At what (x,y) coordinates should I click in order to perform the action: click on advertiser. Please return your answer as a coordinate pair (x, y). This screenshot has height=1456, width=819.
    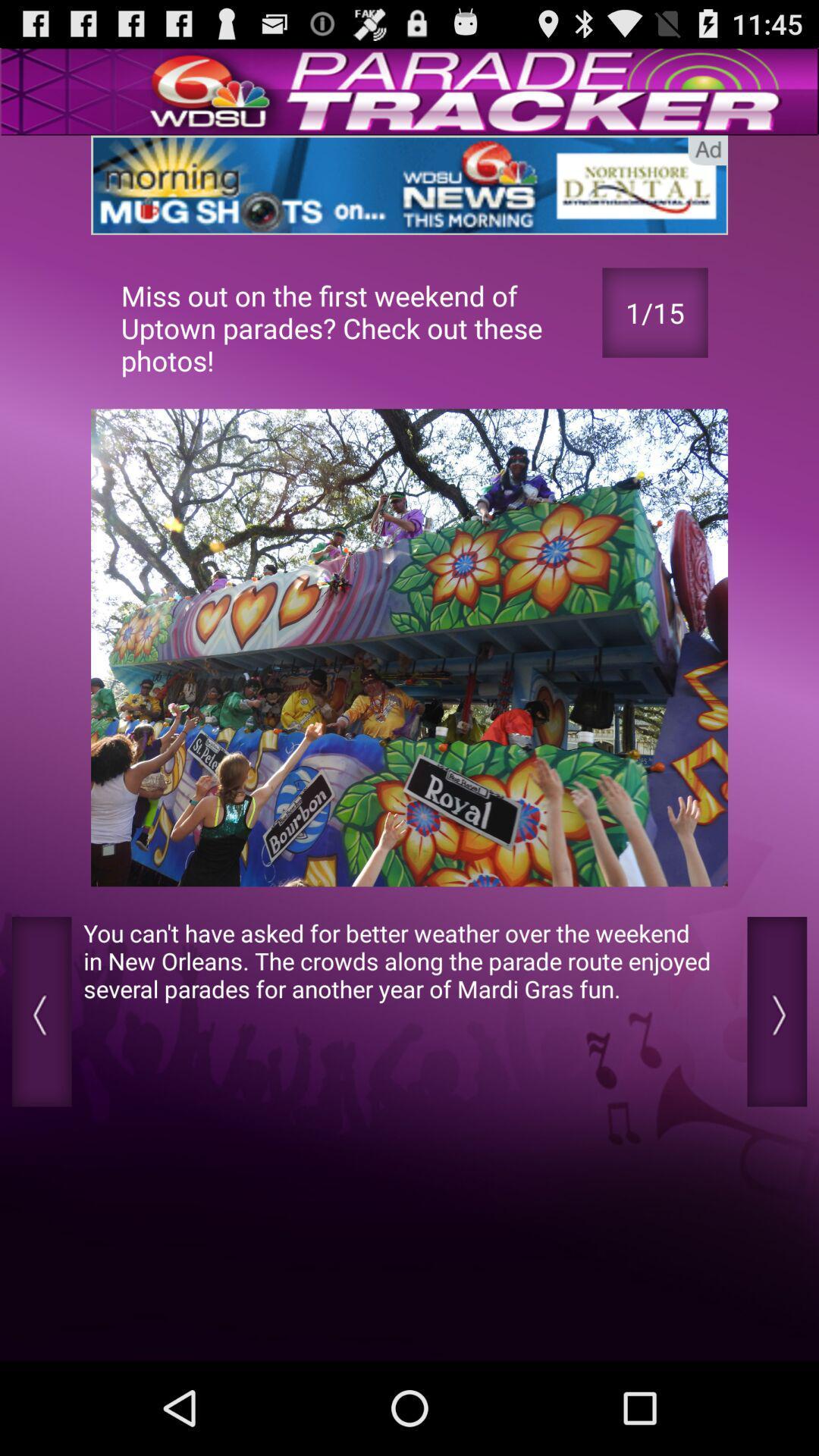
    Looking at the image, I should click on (409, 184).